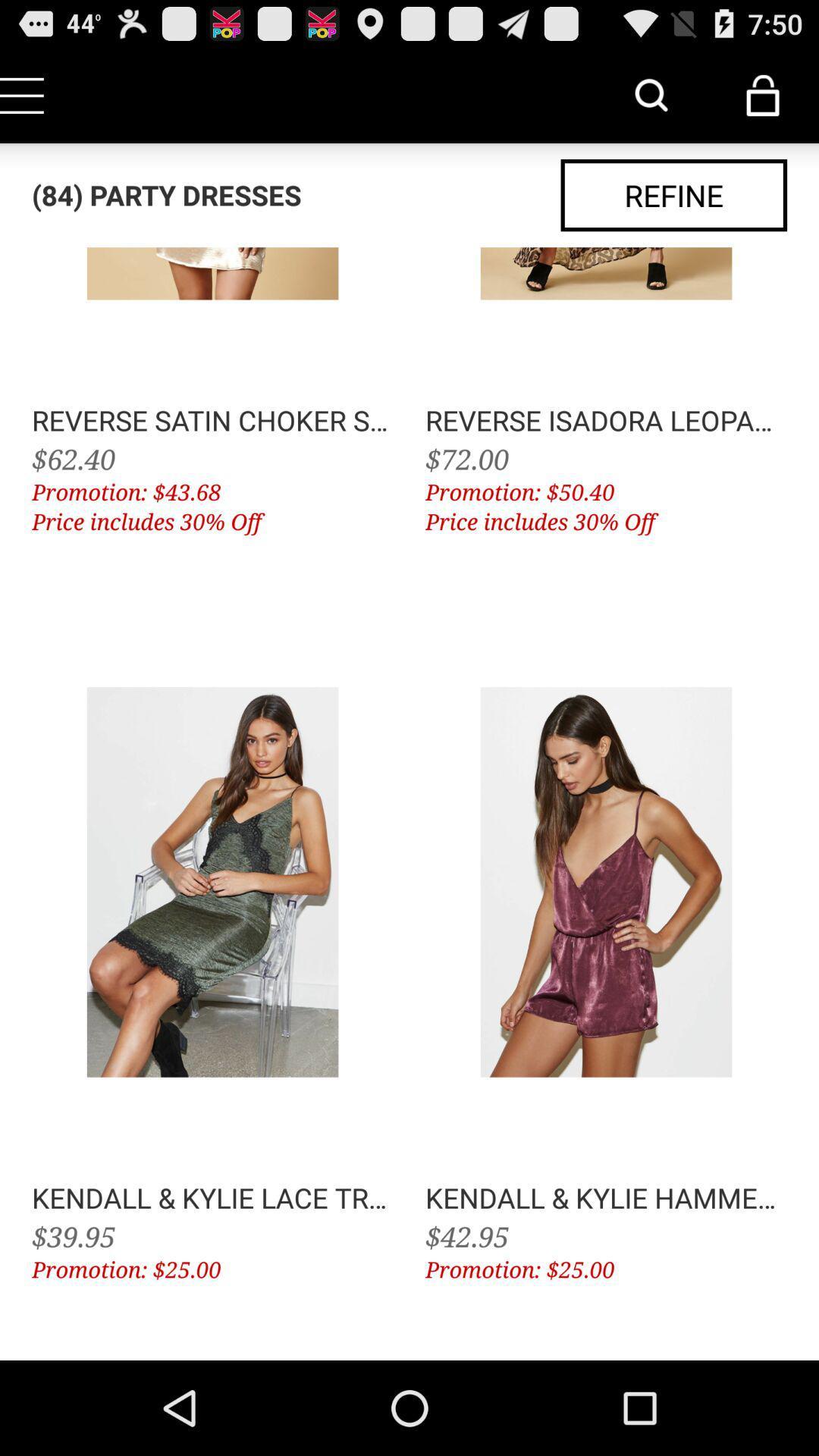 The width and height of the screenshot is (819, 1456). Describe the element at coordinates (673, 194) in the screenshot. I see `app next to (84) party dresses item` at that location.